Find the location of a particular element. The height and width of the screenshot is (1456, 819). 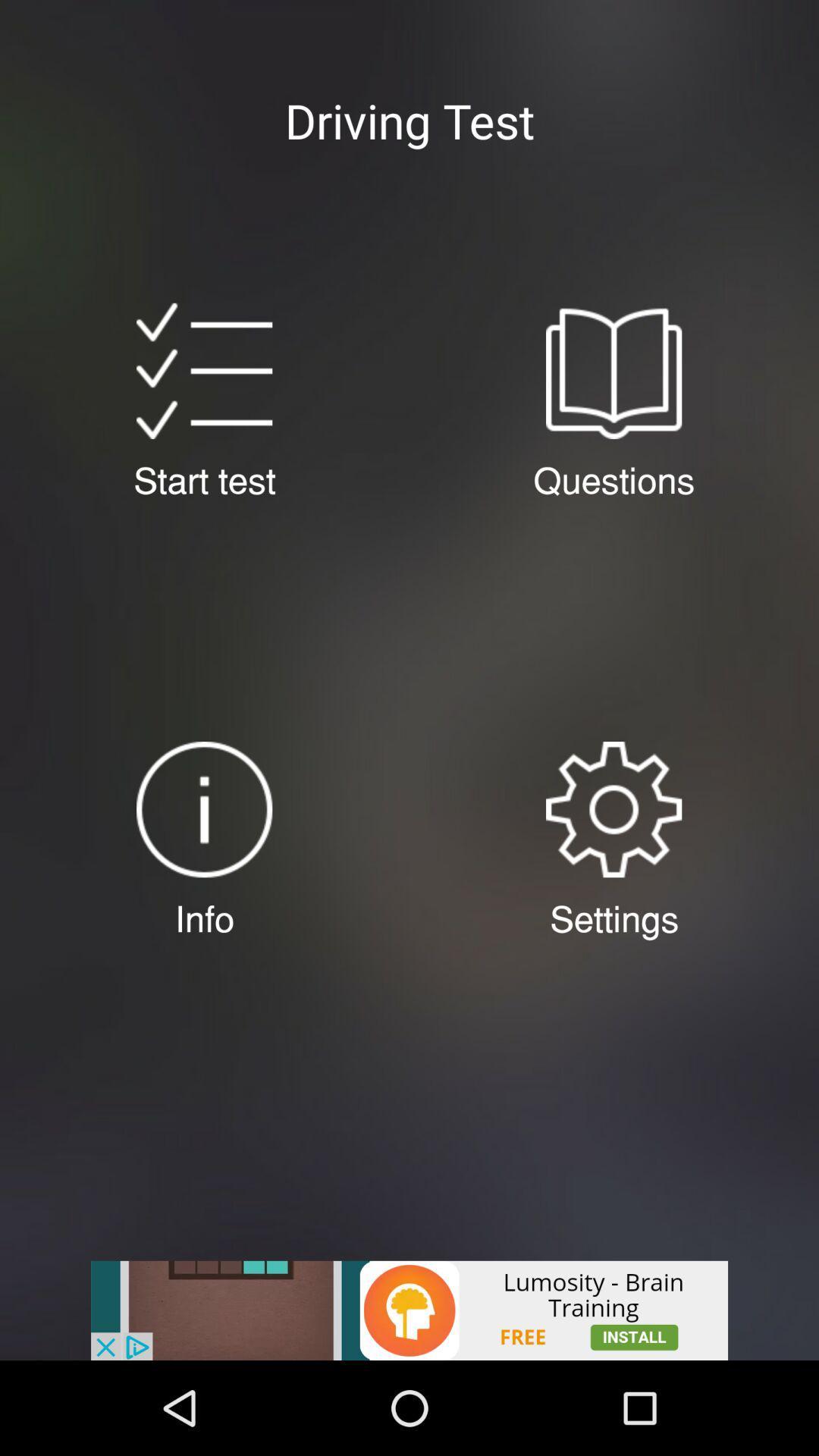

the volume icon is located at coordinates (613, 866).